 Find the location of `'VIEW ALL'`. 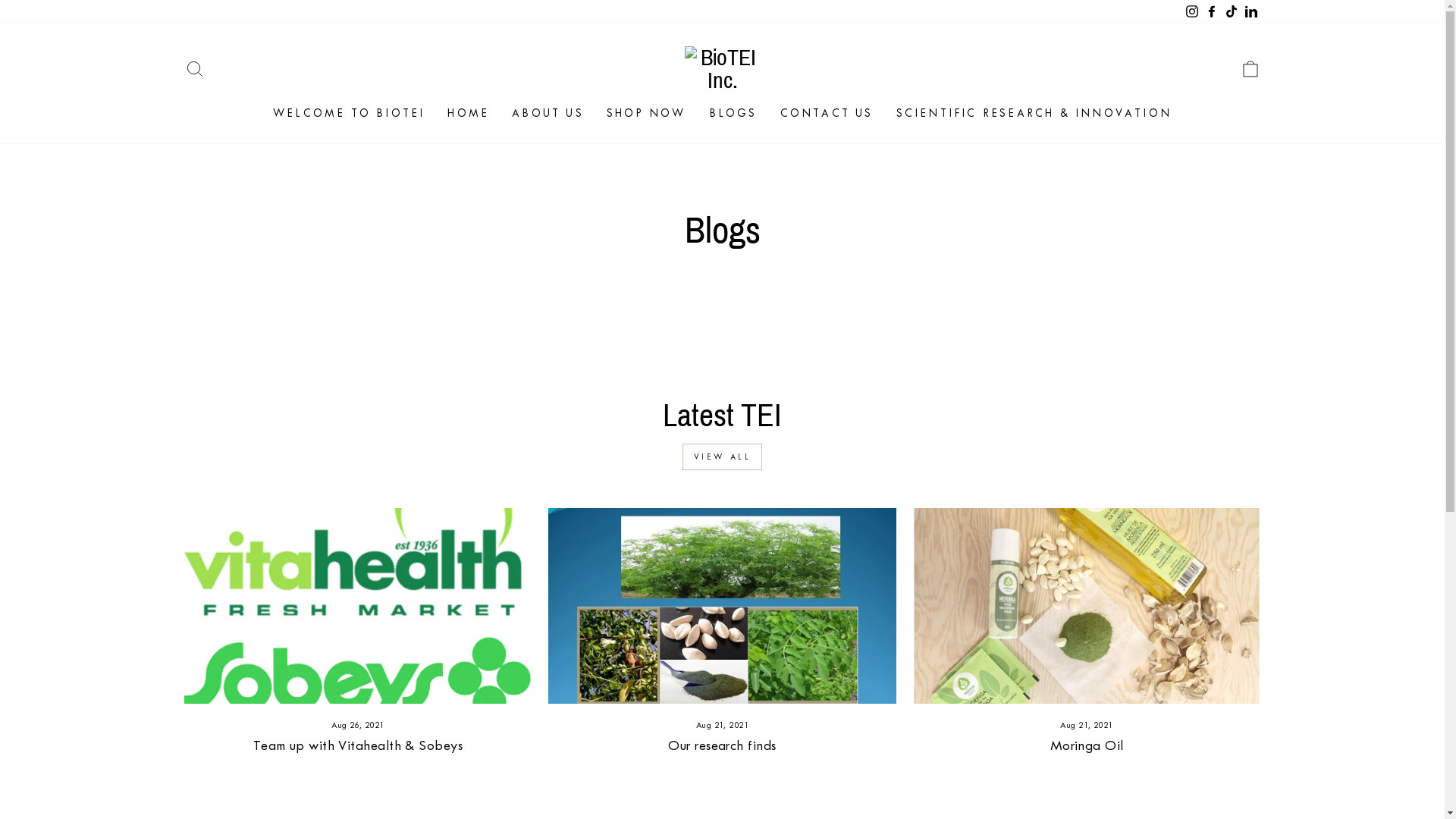

'VIEW ALL' is located at coordinates (722, 456).